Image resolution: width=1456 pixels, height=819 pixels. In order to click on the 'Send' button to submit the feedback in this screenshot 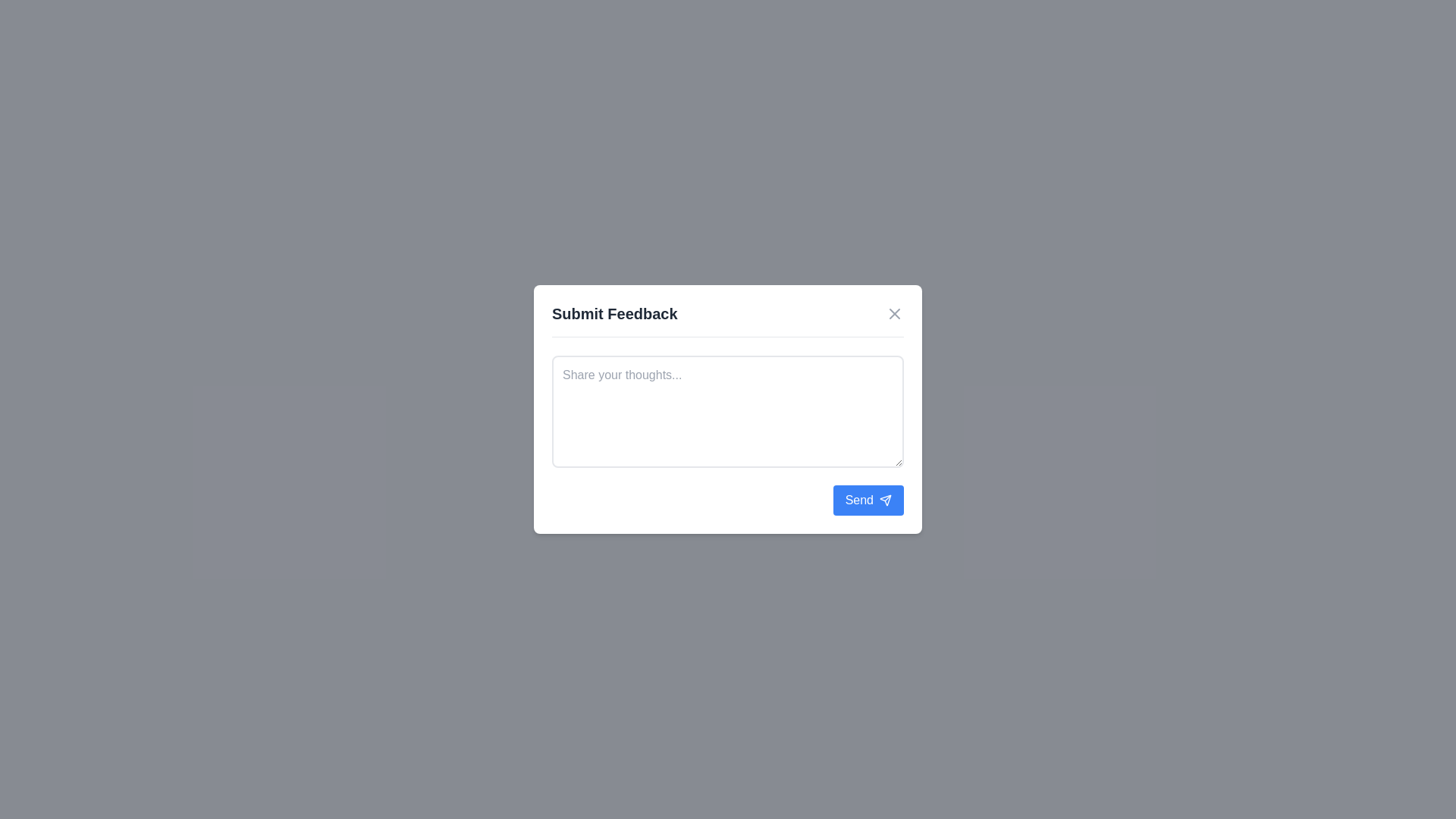, I will do `click(868, 500)`.